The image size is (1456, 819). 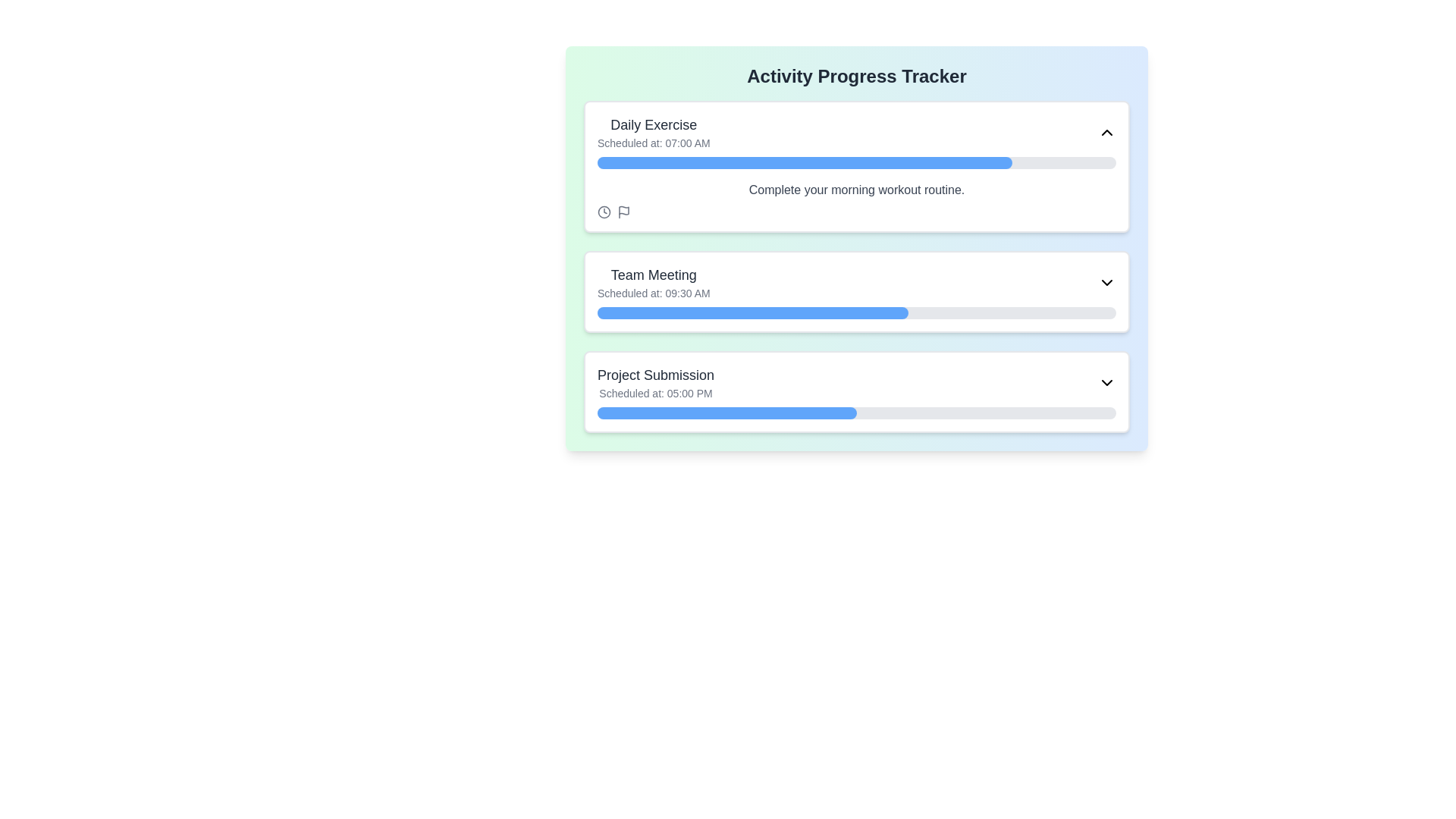 What do you see at coordinates (654, 124) in the screenshot?
I see `the text label that serves as the title of the scheduled activity in the list, located at the top-left corner of the first item in the activity list, above 'Scheduled at: 07:00 AM' and below the green header area` at bounding box center [654, 124].